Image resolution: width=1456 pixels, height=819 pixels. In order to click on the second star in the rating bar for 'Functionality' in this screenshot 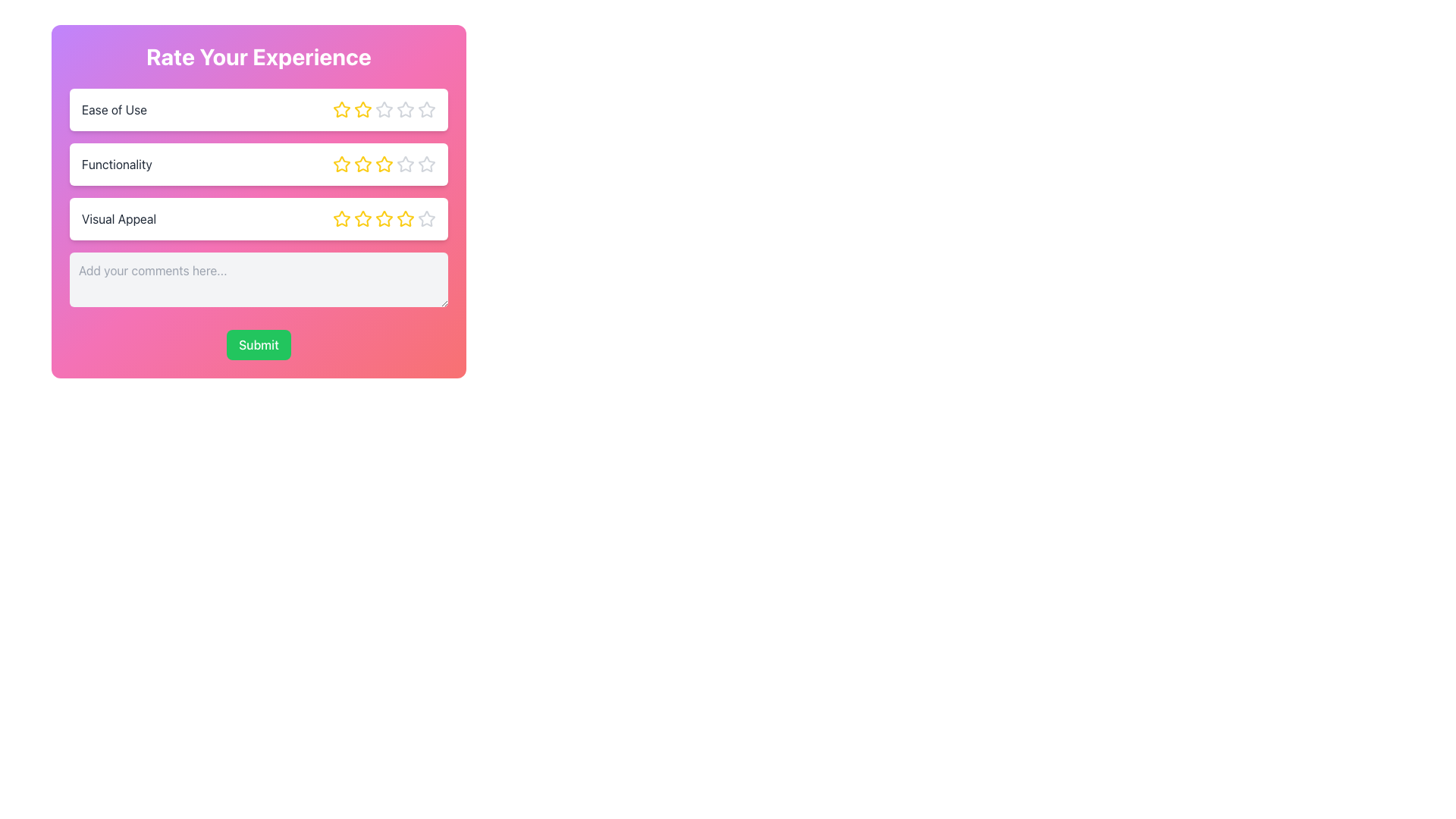, I will do `click(341, 164)`.